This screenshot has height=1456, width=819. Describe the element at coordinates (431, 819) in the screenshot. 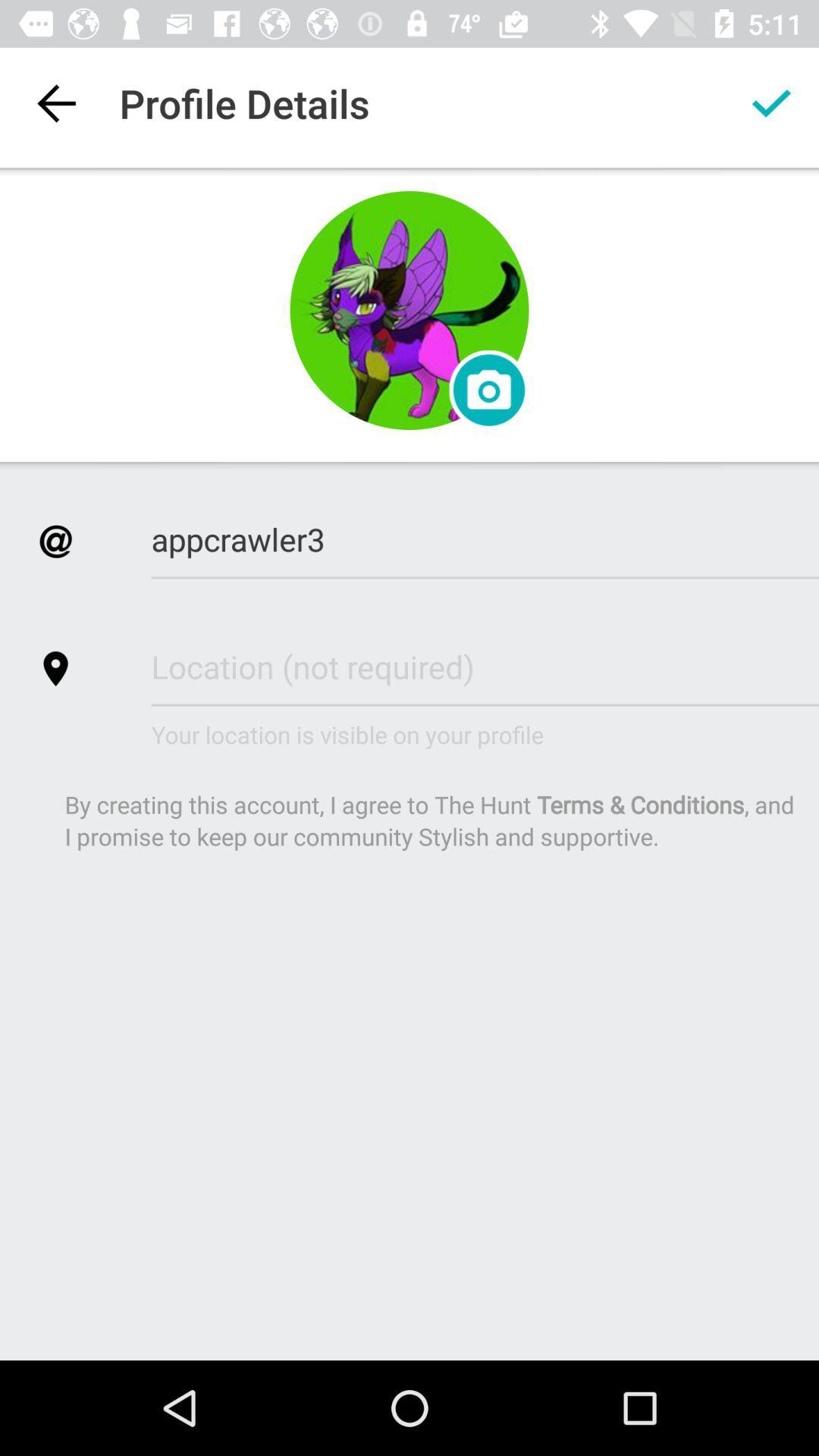

I see `by creating this icon` at that location.